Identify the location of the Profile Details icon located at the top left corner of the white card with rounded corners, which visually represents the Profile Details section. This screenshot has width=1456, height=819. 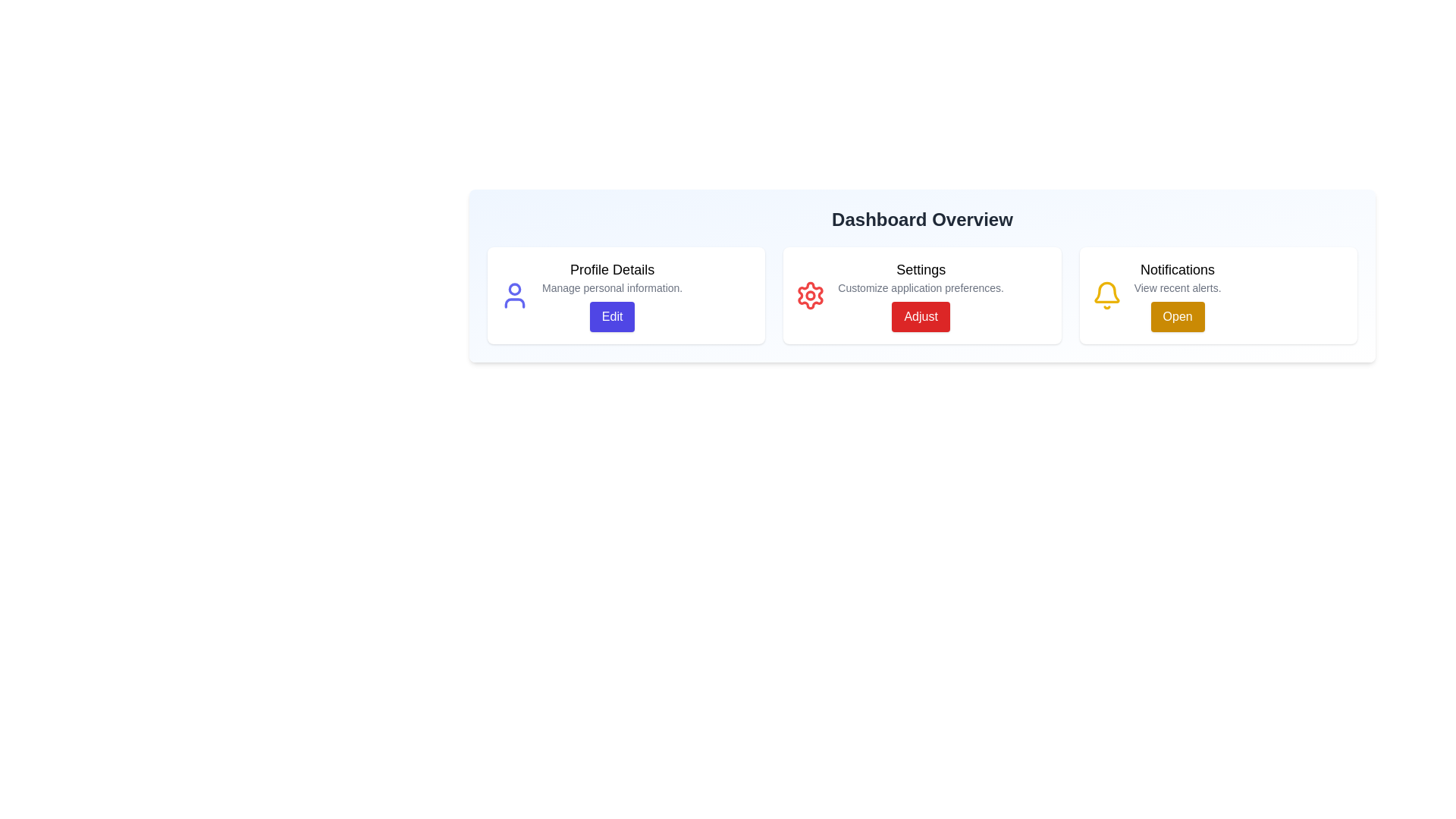
(514, 295).